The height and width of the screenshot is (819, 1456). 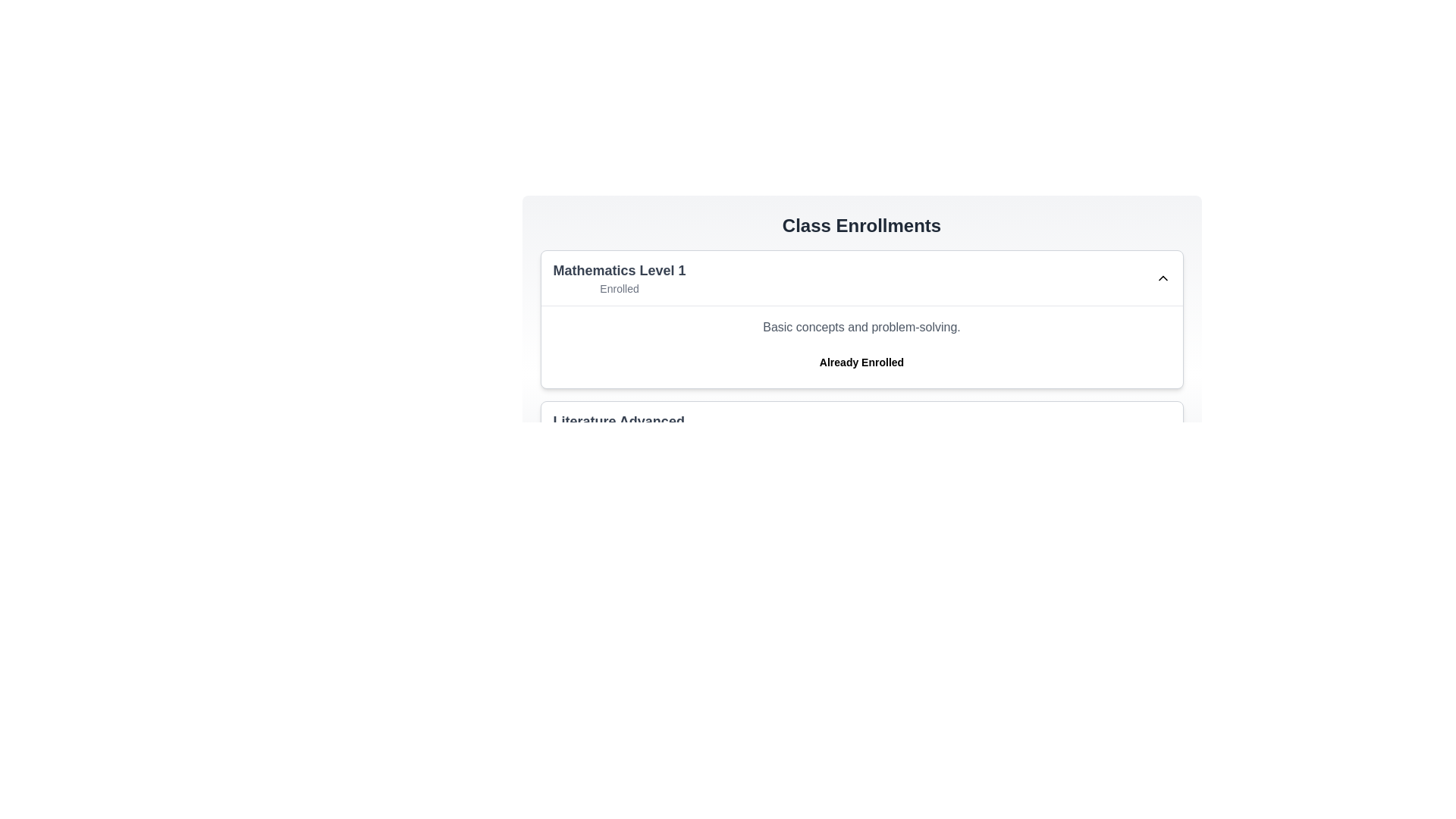 What do you see at coordinates (619, 439) in the screenshot?
I see `the status indicator text label that denotes the availability status of 'Literature Advanced', located within the 'Literature AdvancedAvailable' group` at bounding box center [619, 439].